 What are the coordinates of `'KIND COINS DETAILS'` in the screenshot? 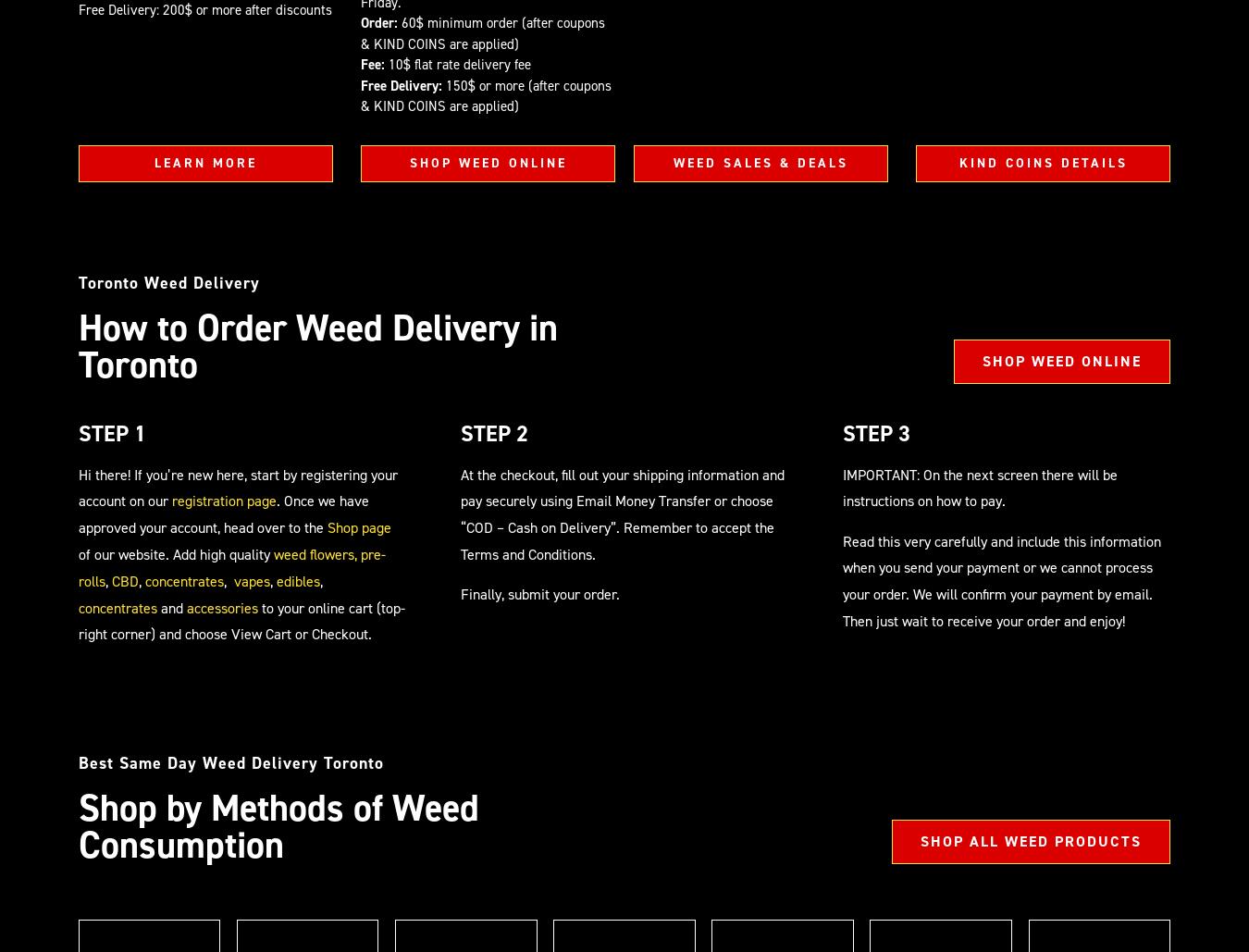 It's located at (958, 162).